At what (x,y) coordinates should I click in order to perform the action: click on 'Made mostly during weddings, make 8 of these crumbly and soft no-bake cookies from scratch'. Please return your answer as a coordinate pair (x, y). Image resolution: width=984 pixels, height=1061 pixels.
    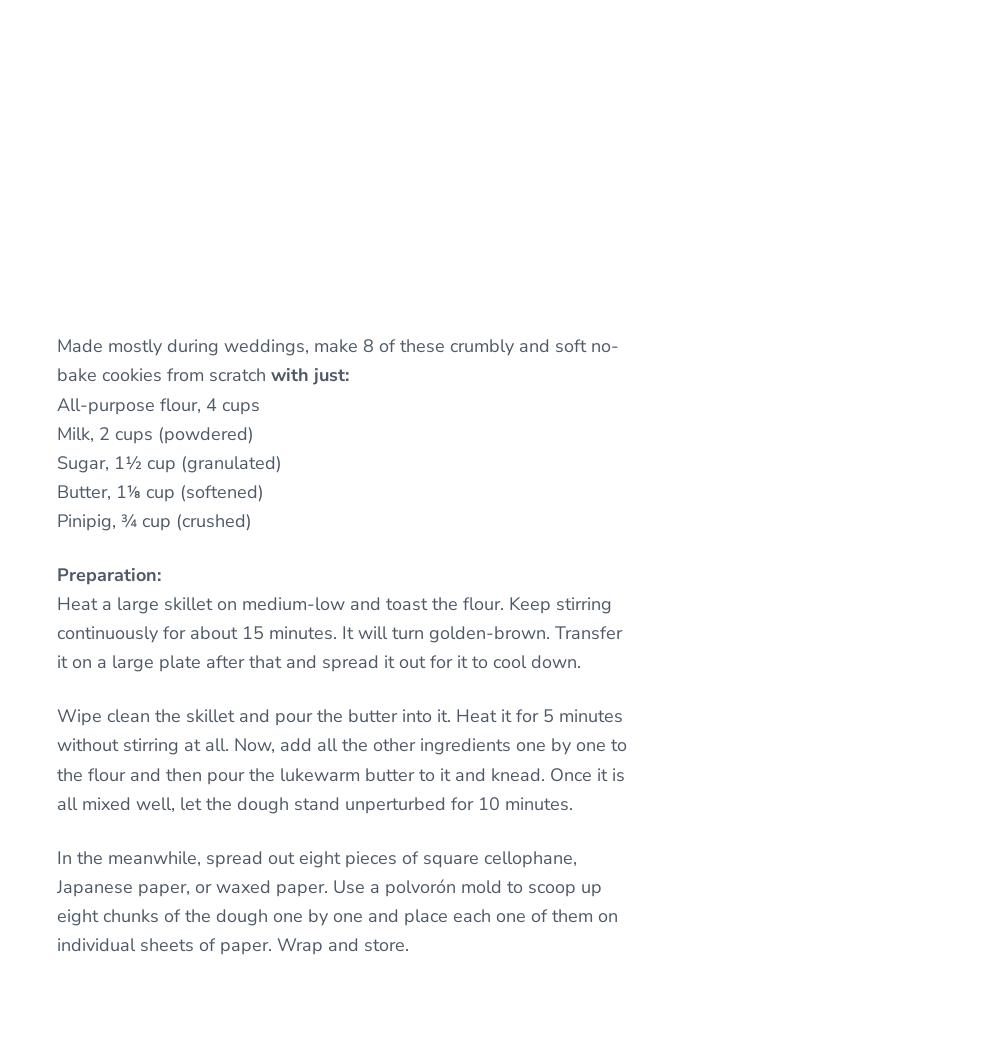
    Looking at the image, I should click on (55, 360).